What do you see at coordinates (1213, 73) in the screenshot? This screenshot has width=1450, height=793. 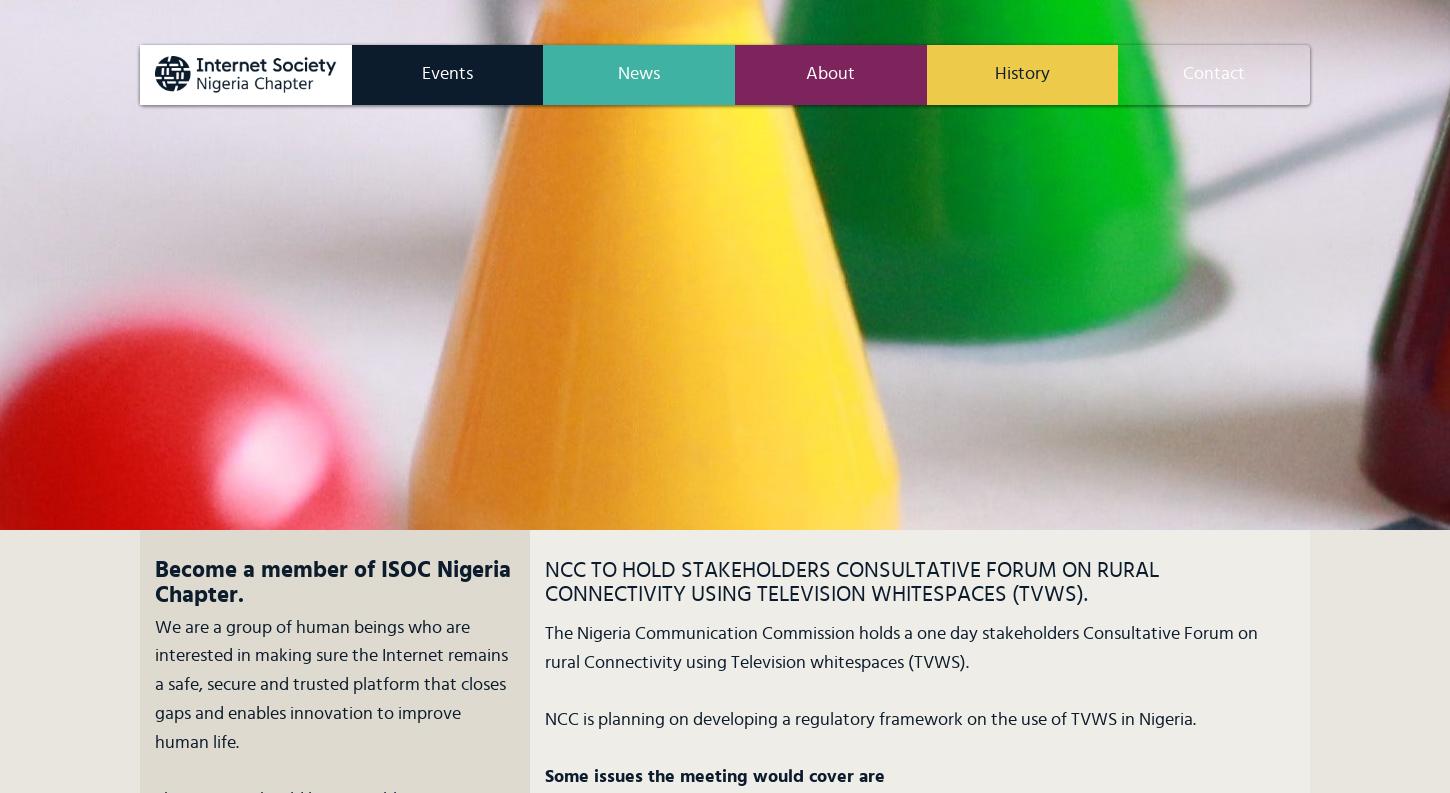 I see `'Contact'` at bounding box center [1213, 73].